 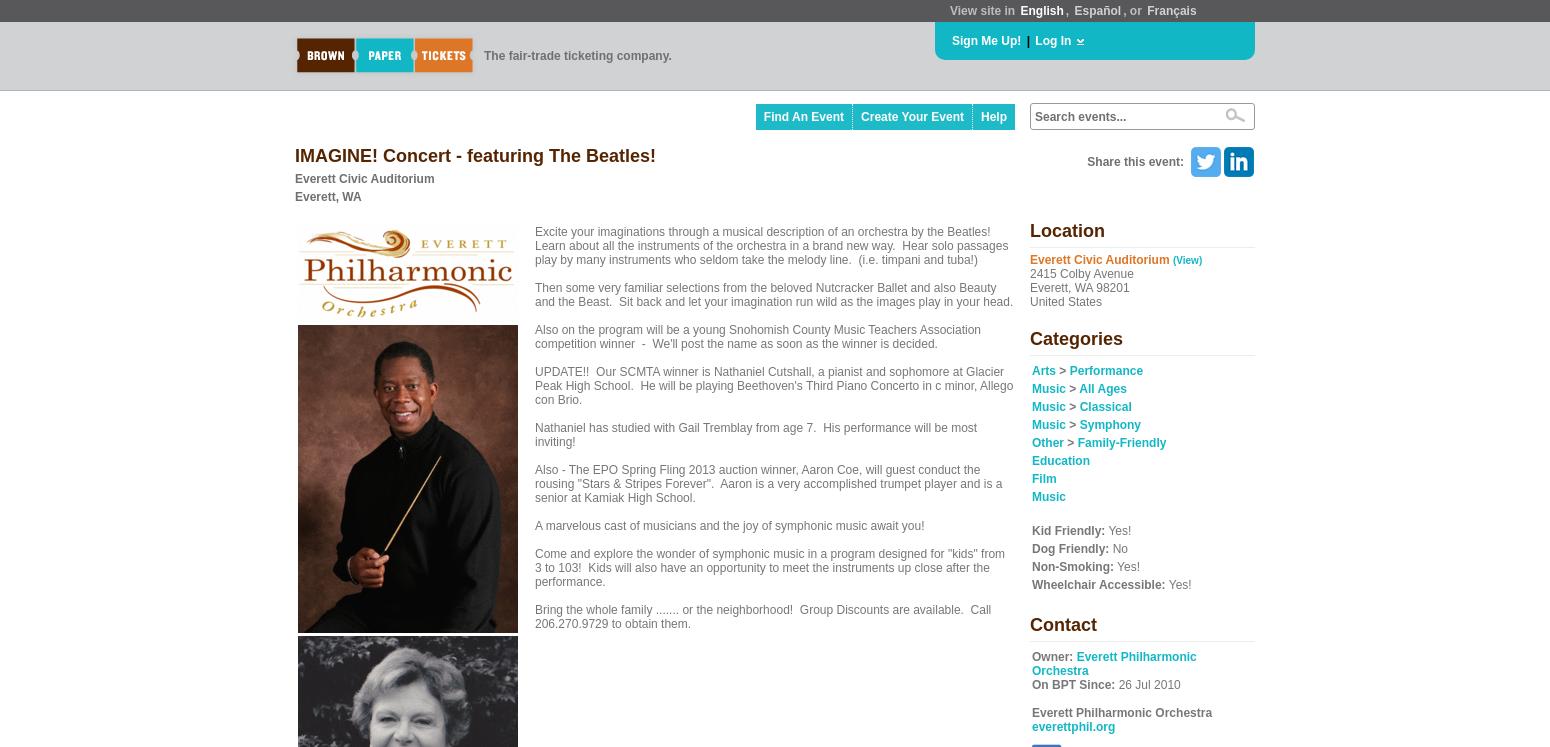 What do you see at coordinates (1065, 301) in the screenshot?
I see `'United States'` at bounding box center [1065, 301].